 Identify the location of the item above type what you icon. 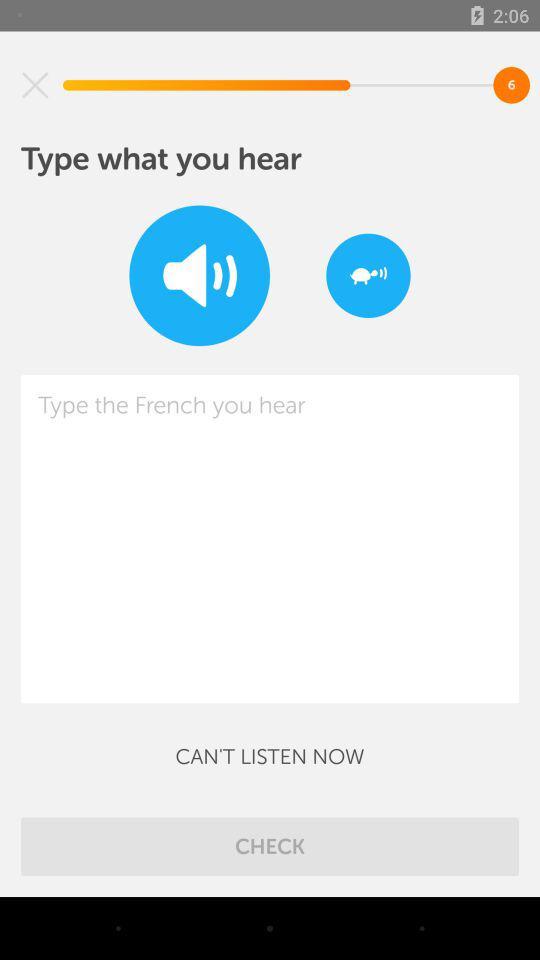
(35, 85).